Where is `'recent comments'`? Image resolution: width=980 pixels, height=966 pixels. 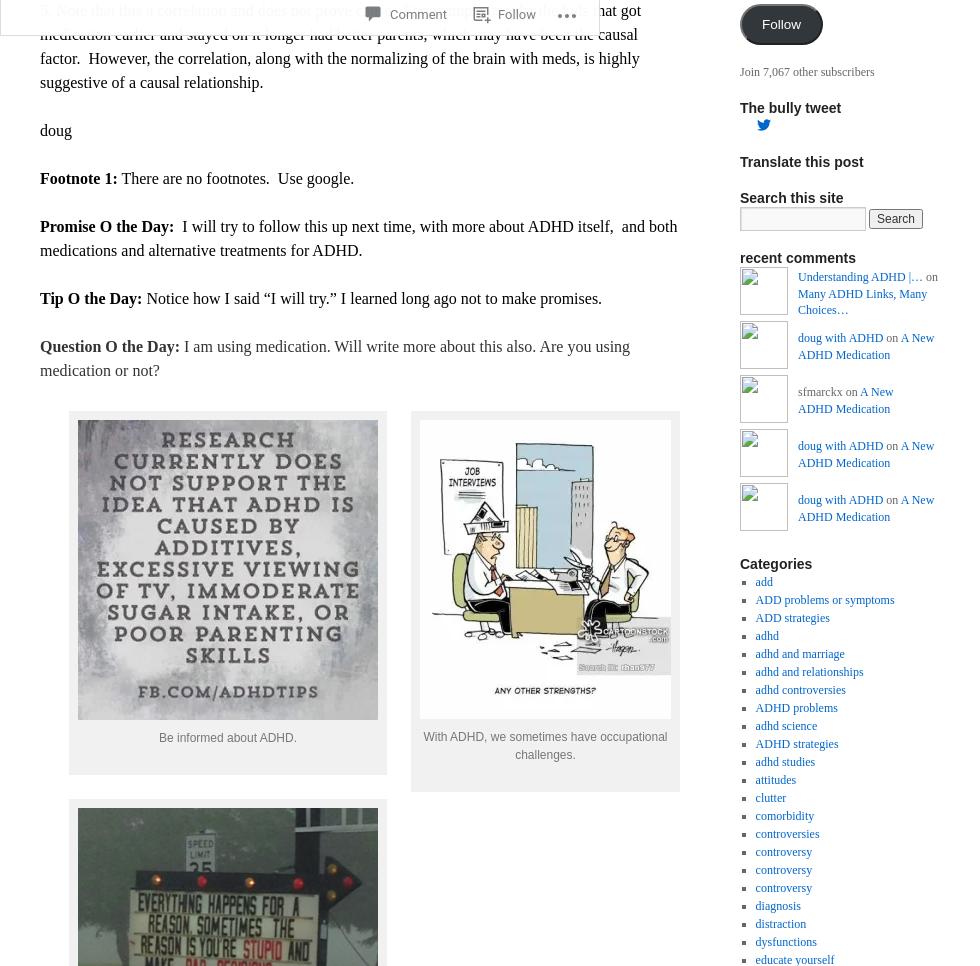
'recent comments' is located at coordinates (739, 258).